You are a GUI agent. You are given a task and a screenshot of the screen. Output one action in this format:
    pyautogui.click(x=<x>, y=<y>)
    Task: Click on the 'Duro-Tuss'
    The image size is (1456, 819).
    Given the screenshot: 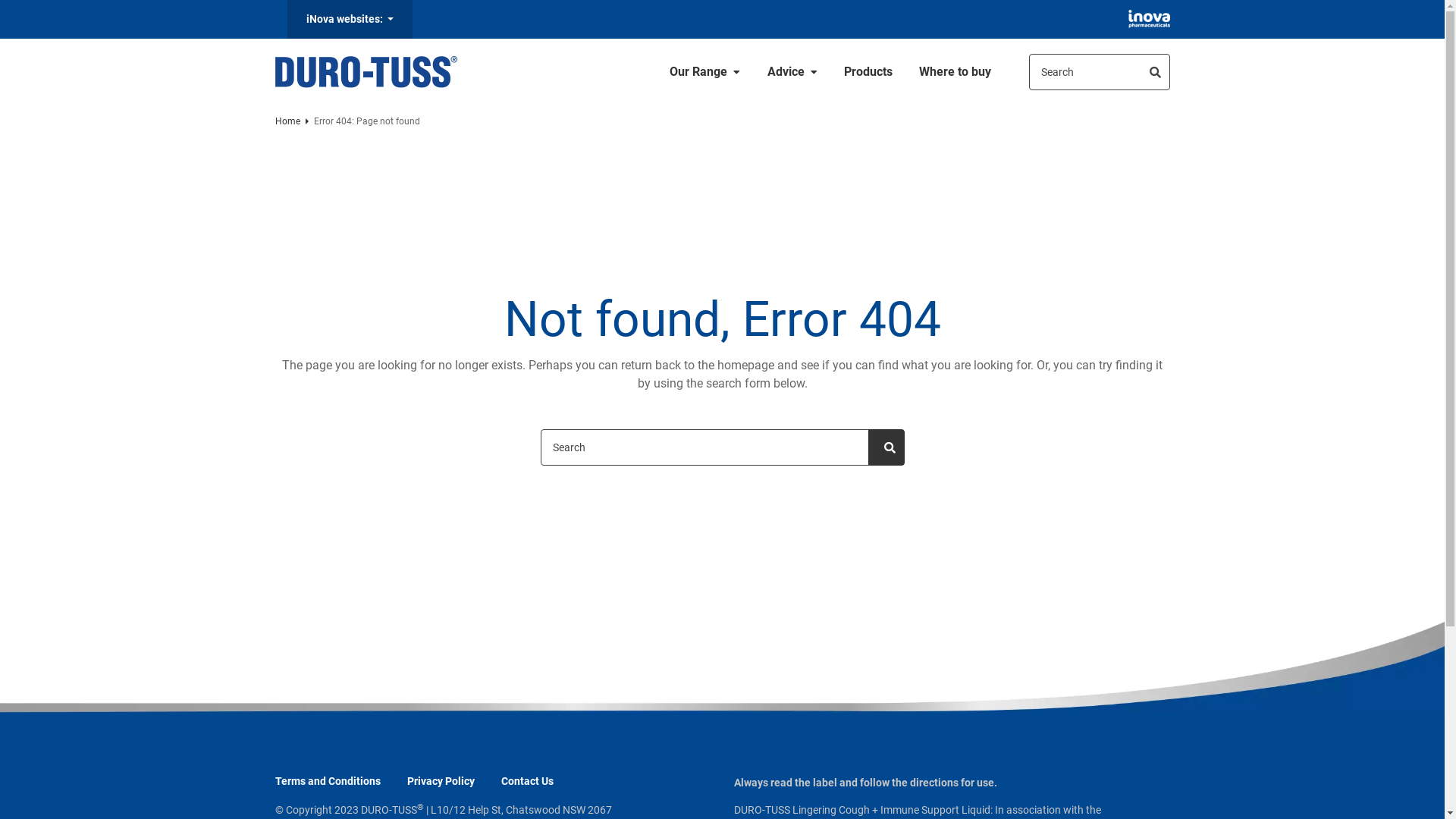 What is the action you would take?
    pyautogui.click(x=274, y=72)
    